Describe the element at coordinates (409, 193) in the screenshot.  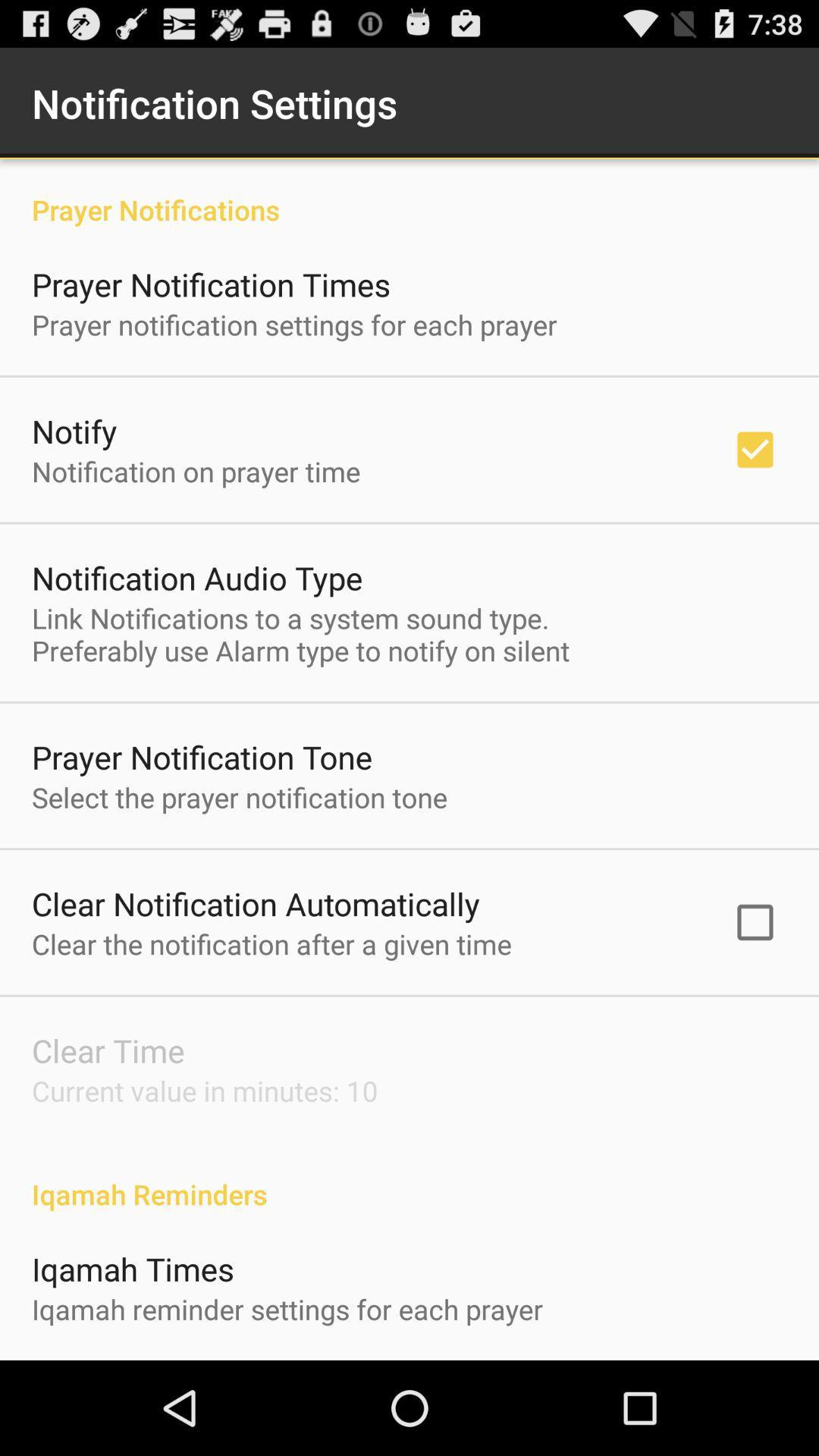
I see `prayer notifications icon` at that location.